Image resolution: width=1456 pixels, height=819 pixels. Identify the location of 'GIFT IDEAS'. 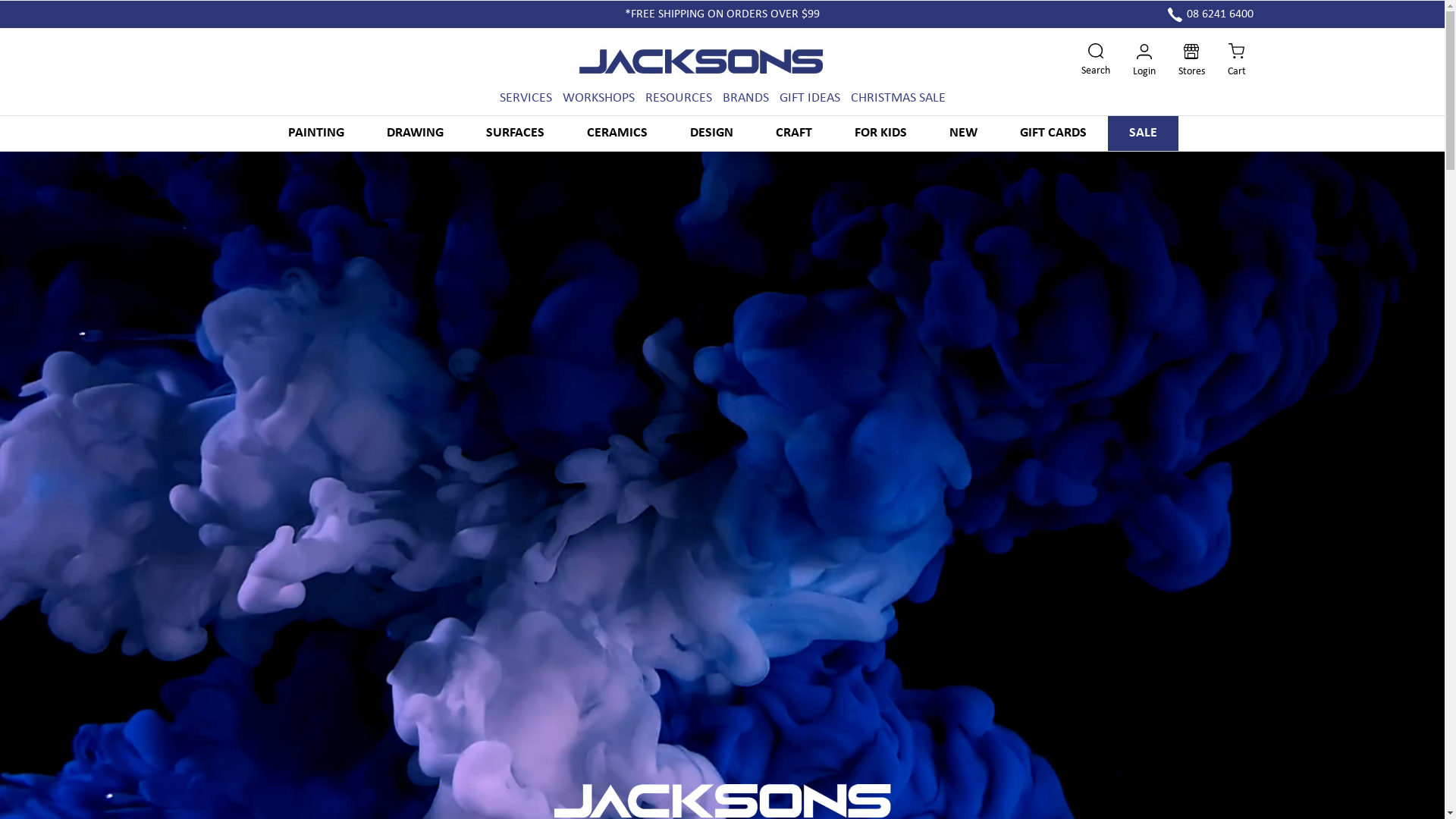
(779, 98).